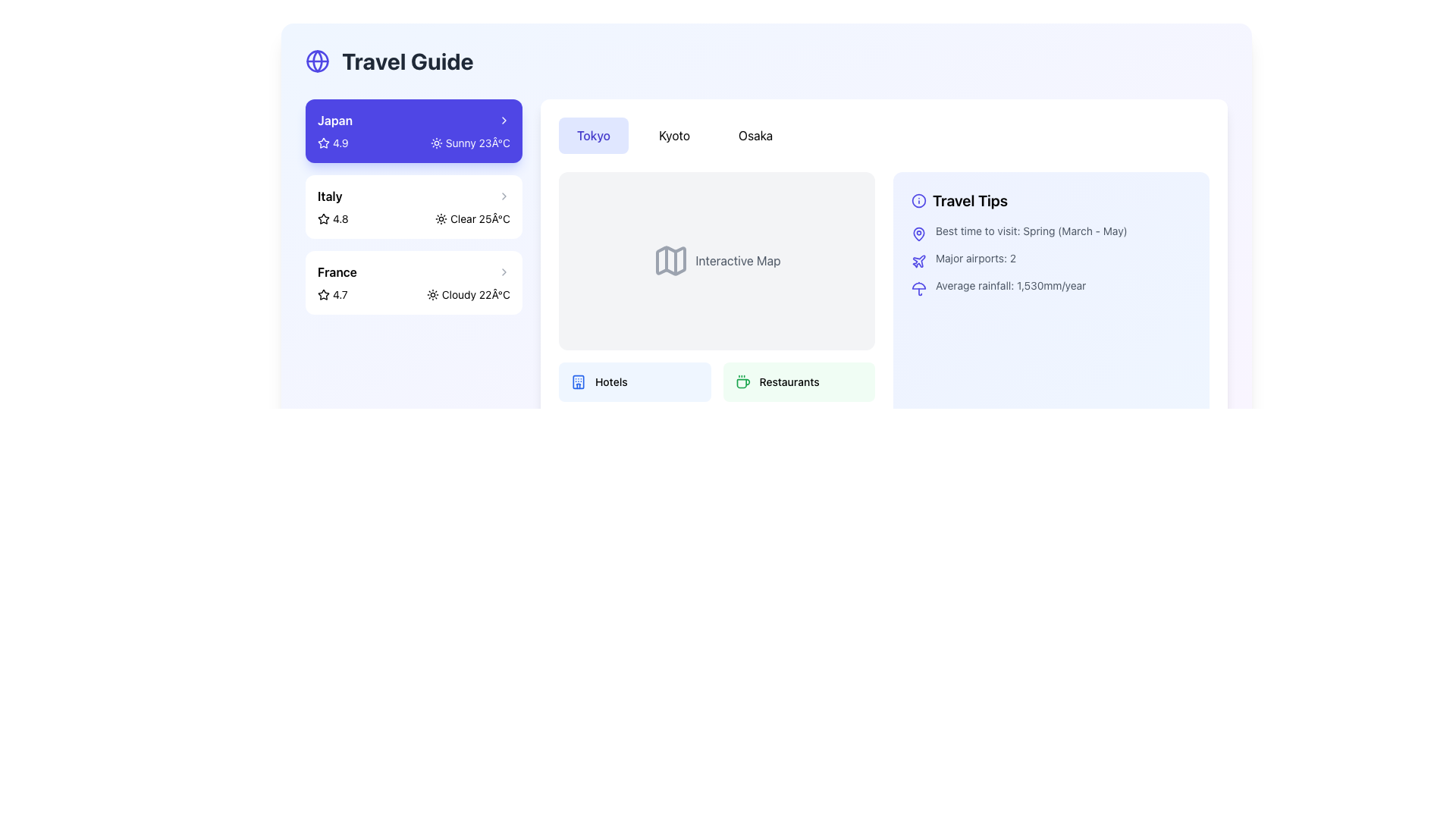  Describe the element at coordinates (755, 134) in the screenshot. I see `the navigation button labeled 'Osaka' located in the upper-center area of the interface to trigger the hover effect` at that location.